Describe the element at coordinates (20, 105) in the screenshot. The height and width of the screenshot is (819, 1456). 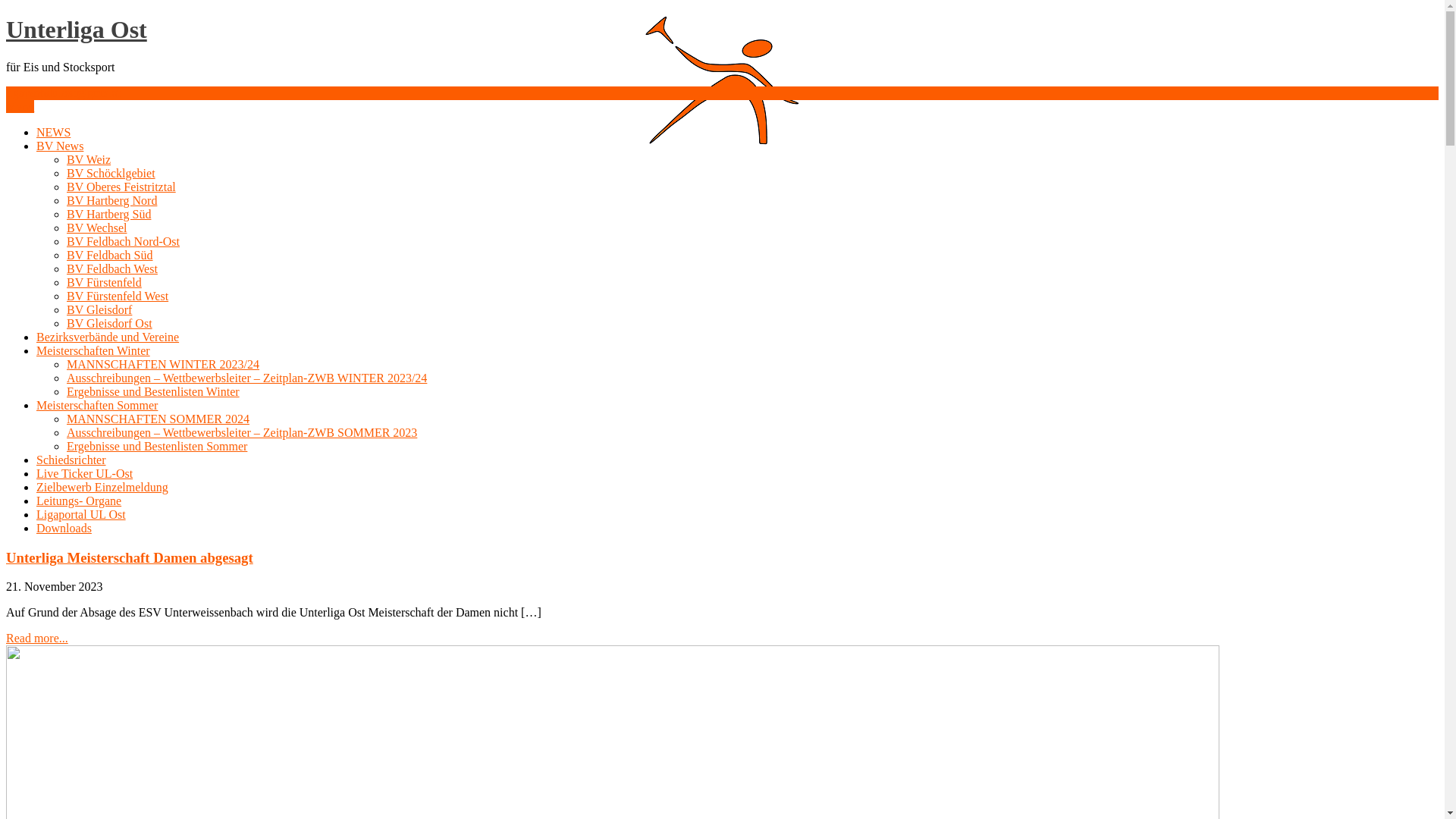
I see `'Menu'` at that location.